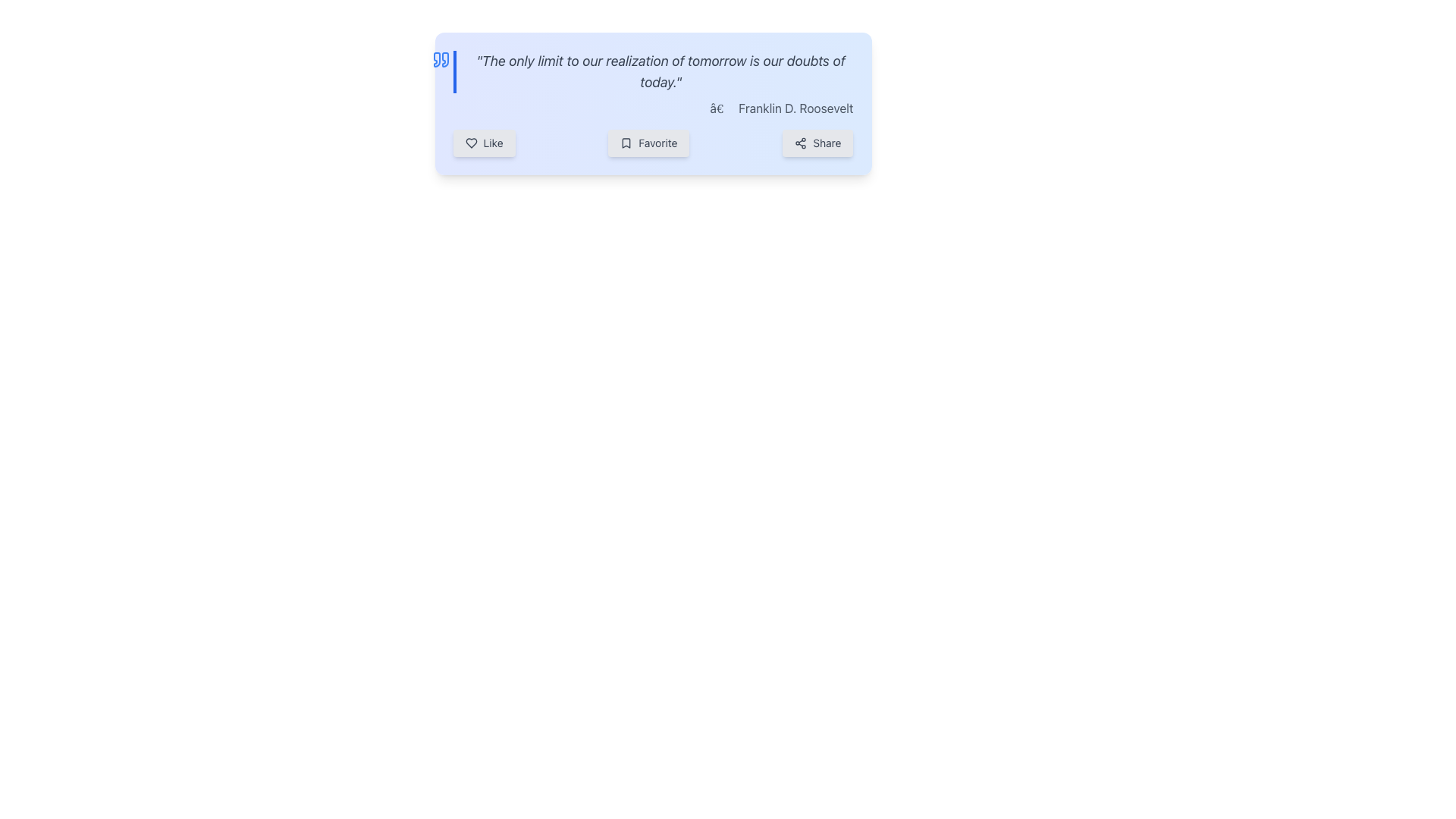 Image resolution: width=1456 pixels, height=819 pixels. I want to click on the decorative icon representing a quote, which is located to the left of the text block containing the quote and aligns vertically near the top of the text area, so click(440, 58).